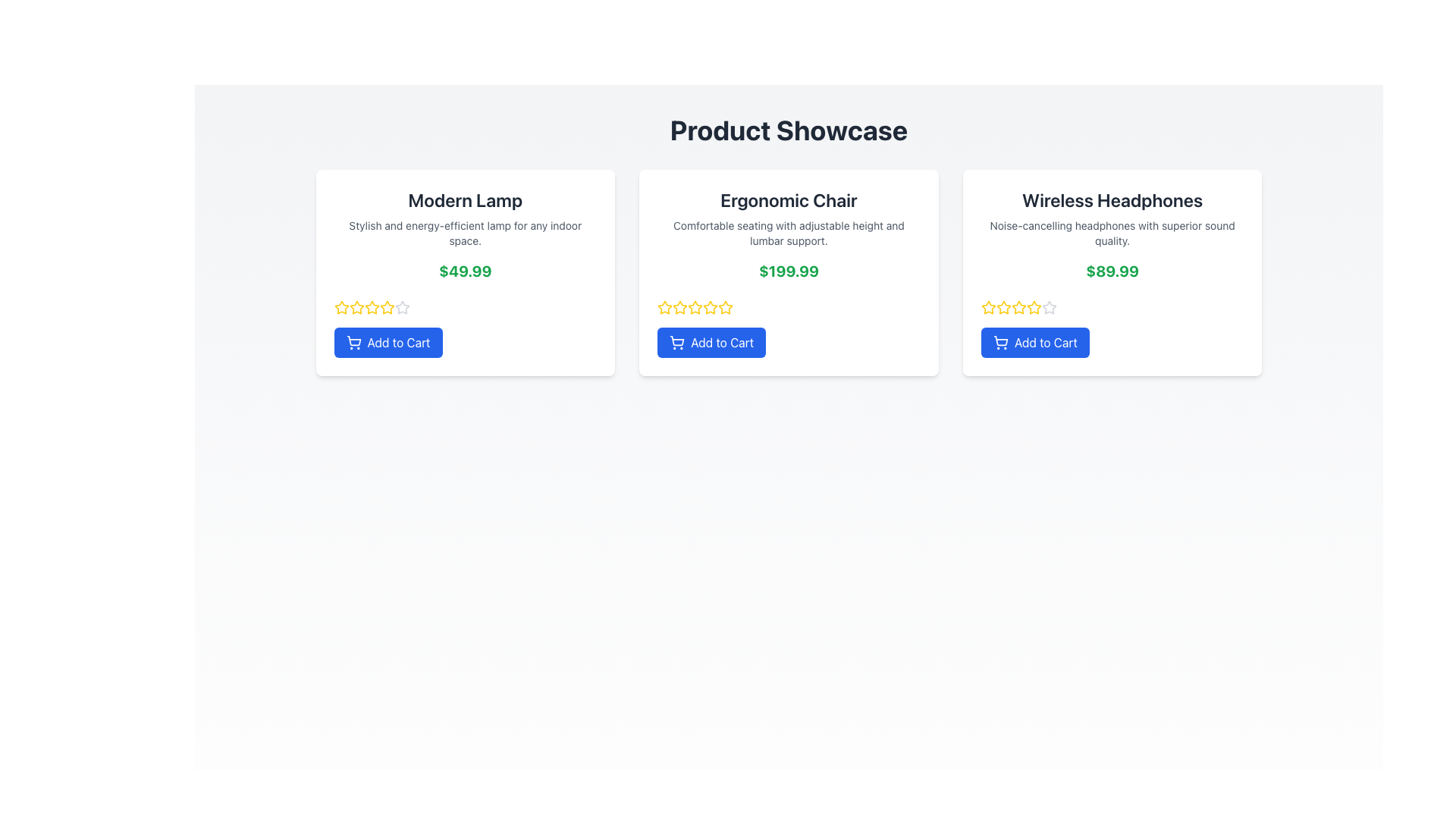 This screenshot has height=819, width=1456. Describe the element at coordinates (464, 271) in the screenshot. I see `the price display element for the 'Modern Lamp' product, located centrally in the product showcase card, positioned below the product description and above the star ratings` at that location.